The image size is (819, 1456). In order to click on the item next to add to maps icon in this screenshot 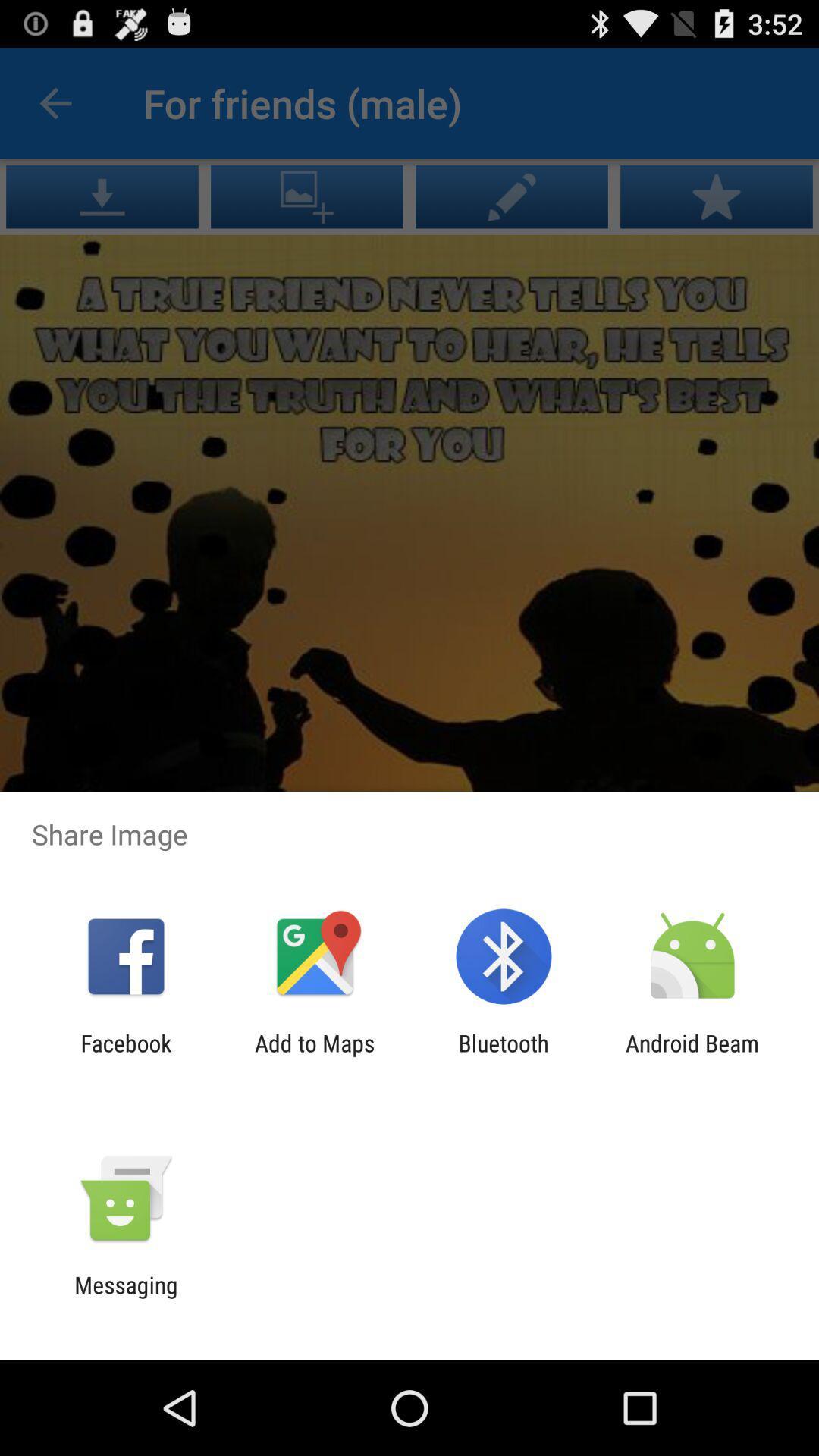, I will do `click(125, 1056)`.